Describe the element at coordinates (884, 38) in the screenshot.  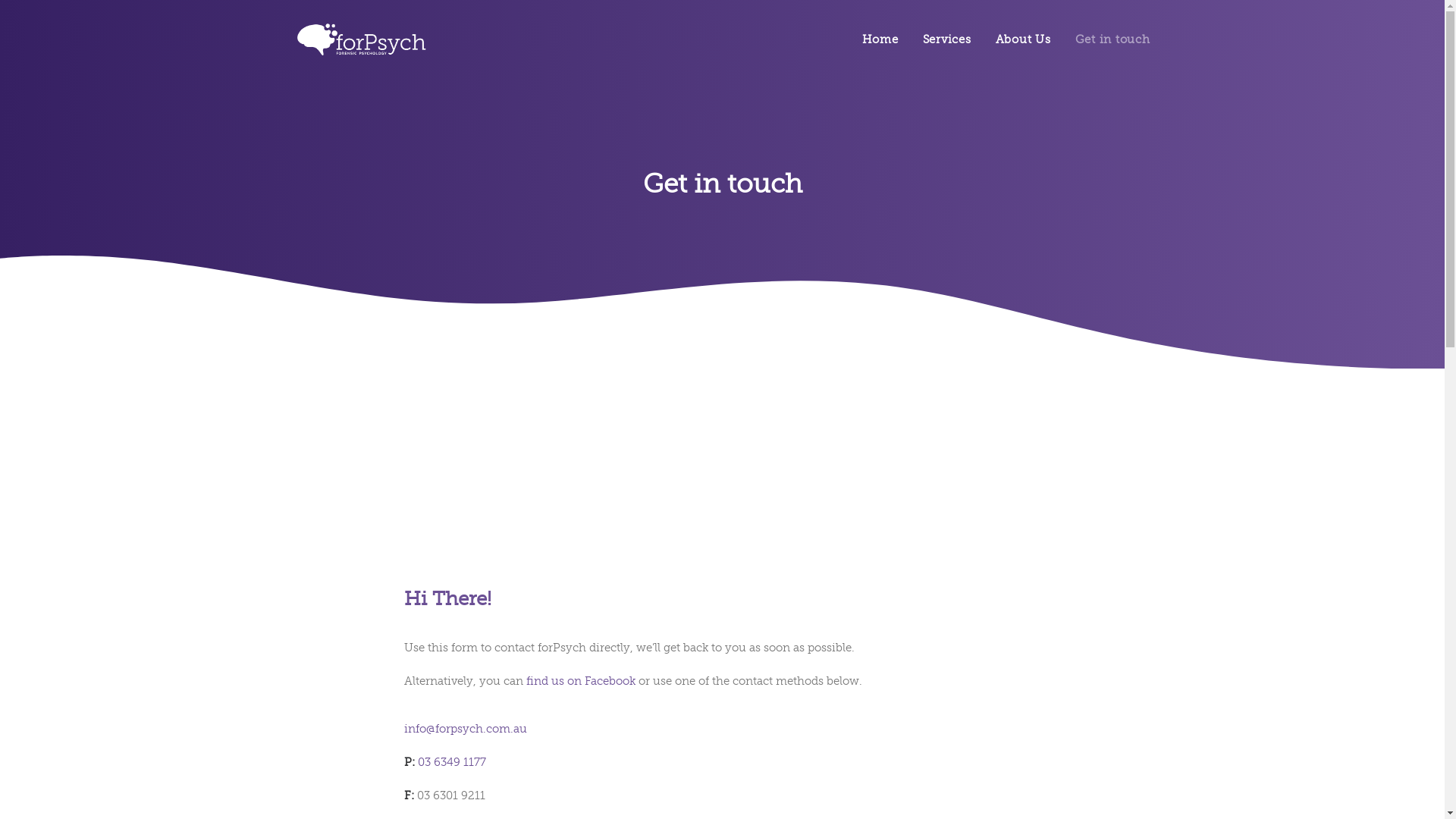
I see `'Home'` at that location.